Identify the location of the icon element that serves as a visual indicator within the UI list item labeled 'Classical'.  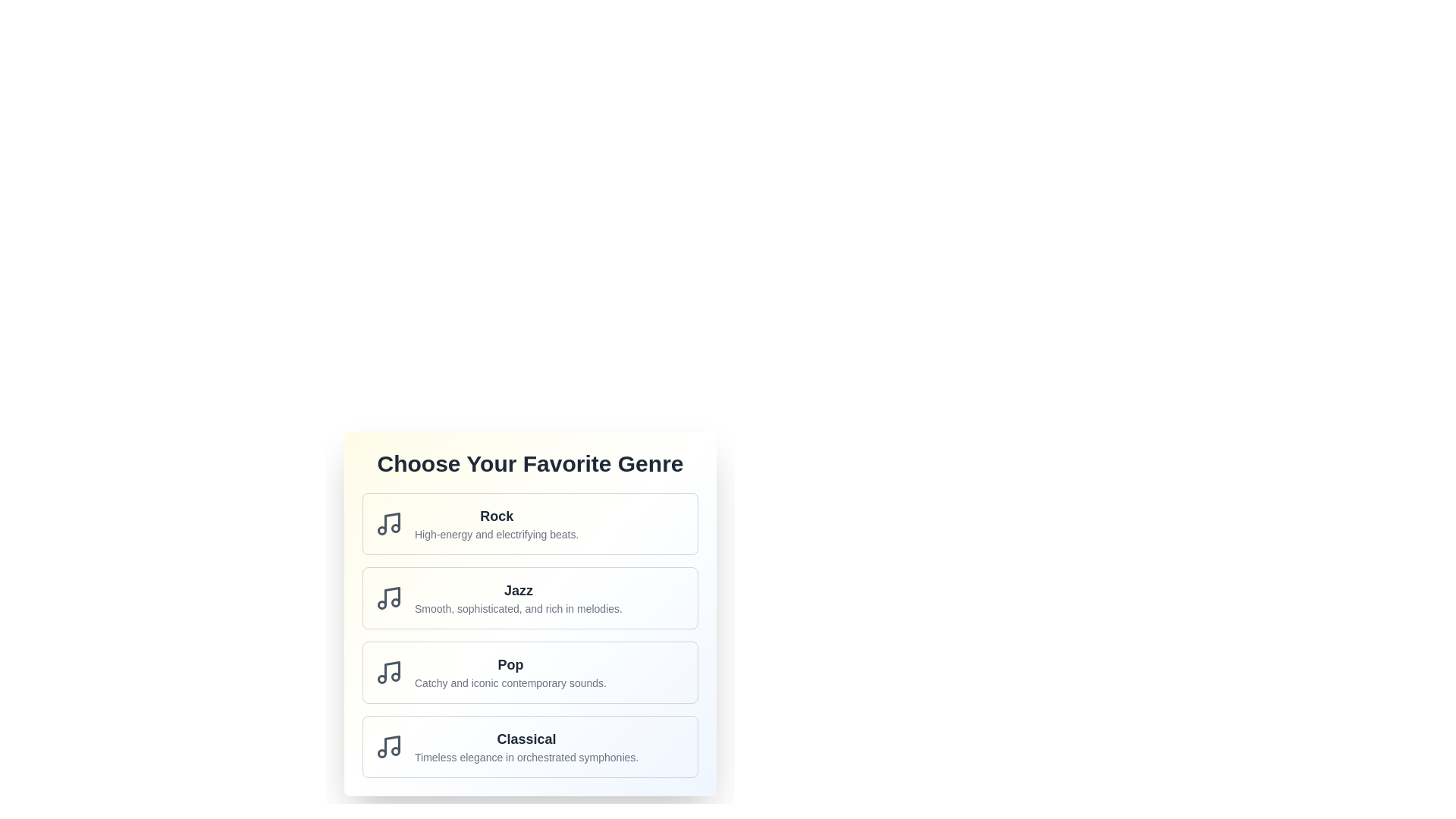
(396, 752).